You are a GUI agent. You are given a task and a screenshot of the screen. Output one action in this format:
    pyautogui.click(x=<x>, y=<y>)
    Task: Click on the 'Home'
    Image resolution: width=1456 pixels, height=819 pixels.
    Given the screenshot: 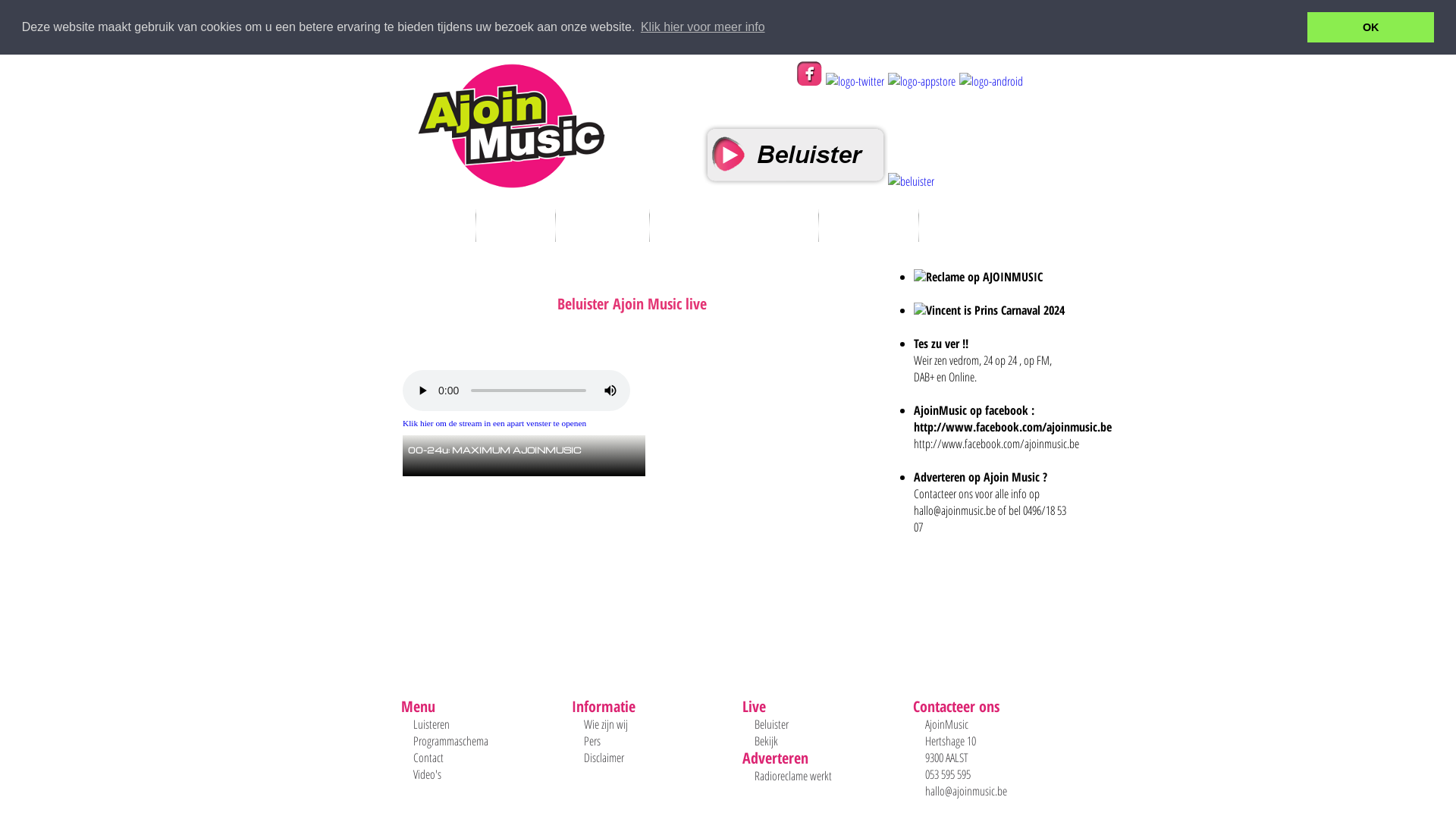 What is the action you would take?
    pyautogui.click(x=435, y=225)
    